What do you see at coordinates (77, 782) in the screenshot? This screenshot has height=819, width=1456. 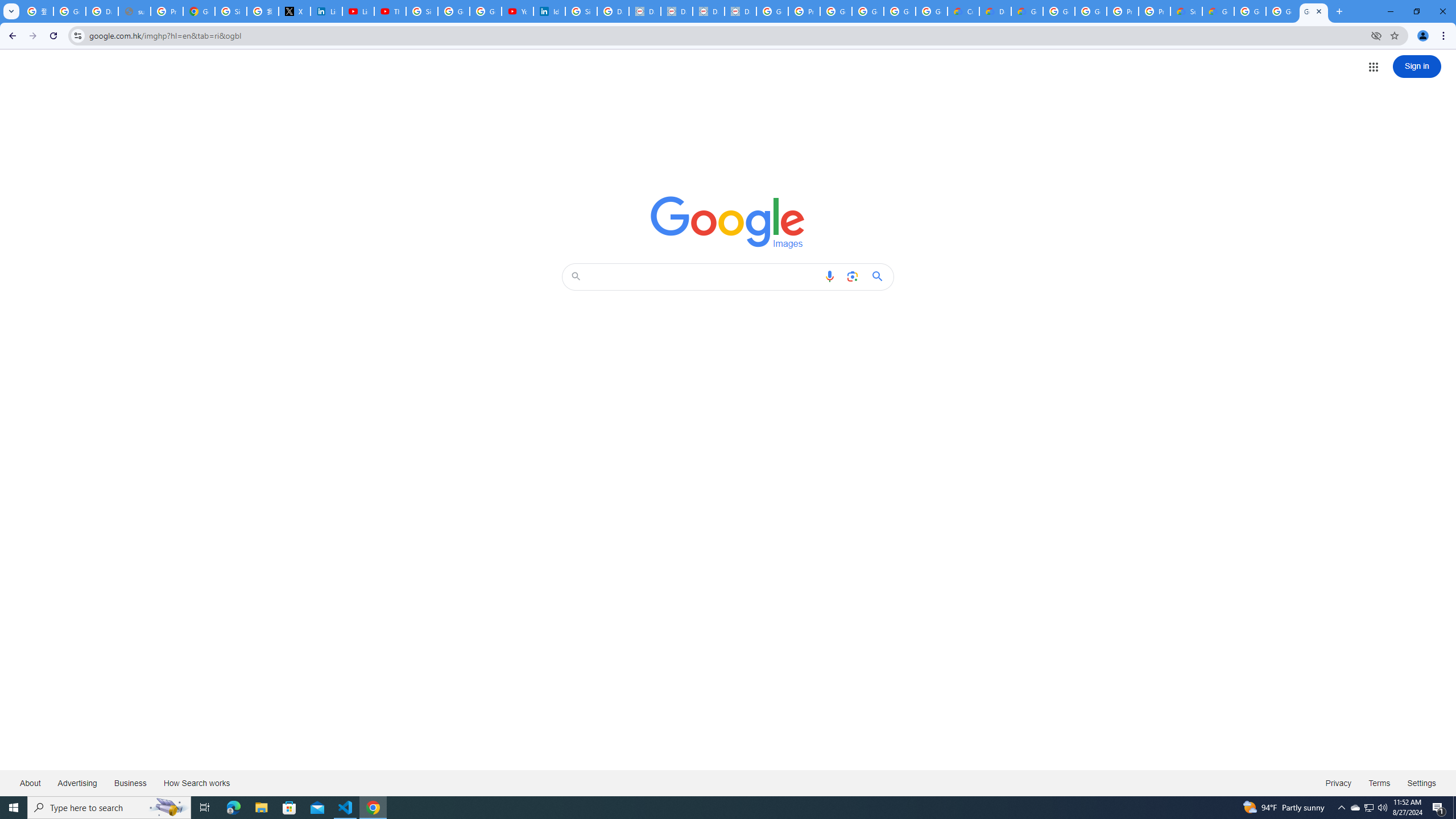 I see `'Advertising'` at bounding box center [77, 782].